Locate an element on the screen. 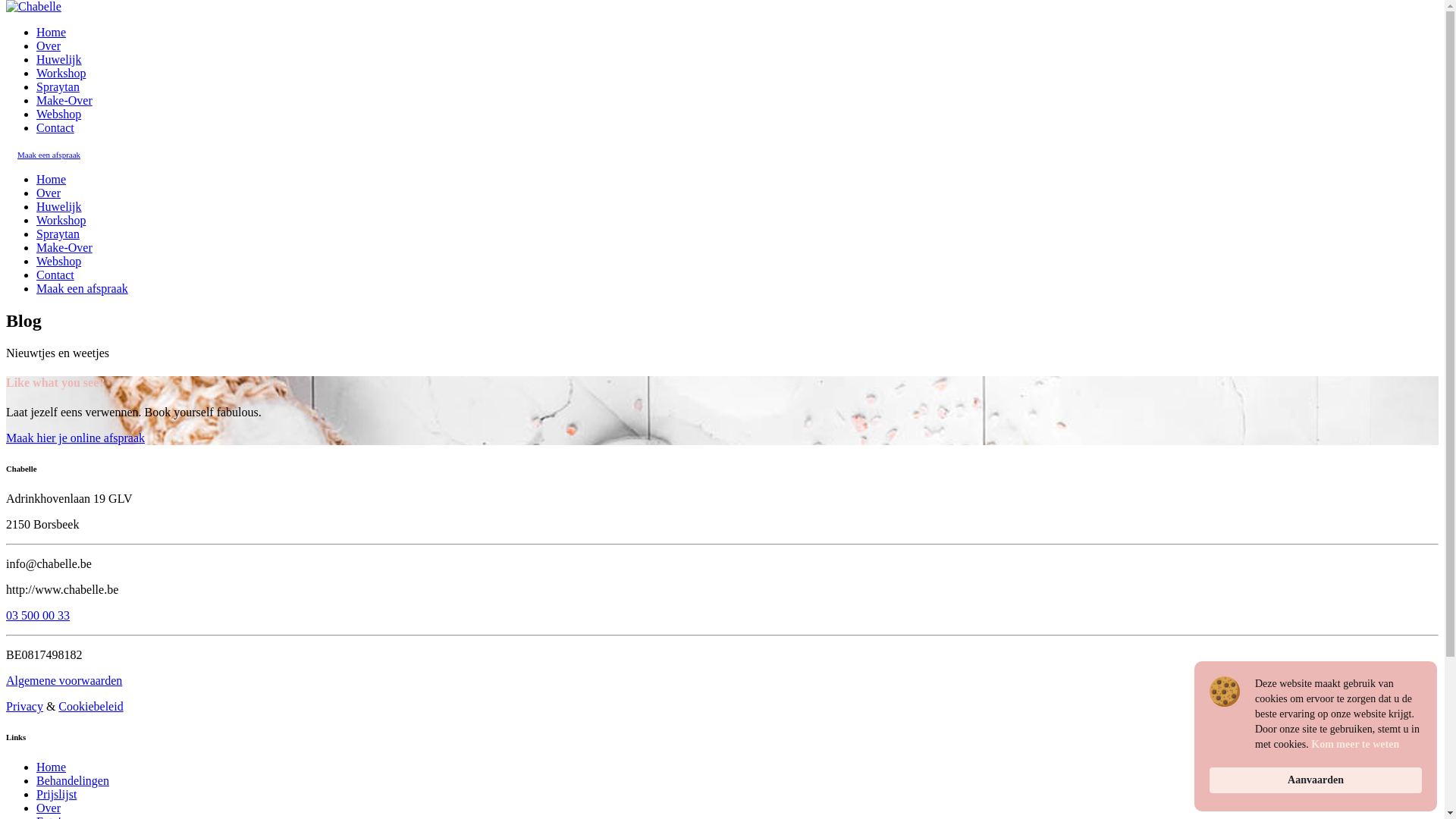 This screenshot has width=1456, height=819. 'Contact' is located at coordinates (55, 275).